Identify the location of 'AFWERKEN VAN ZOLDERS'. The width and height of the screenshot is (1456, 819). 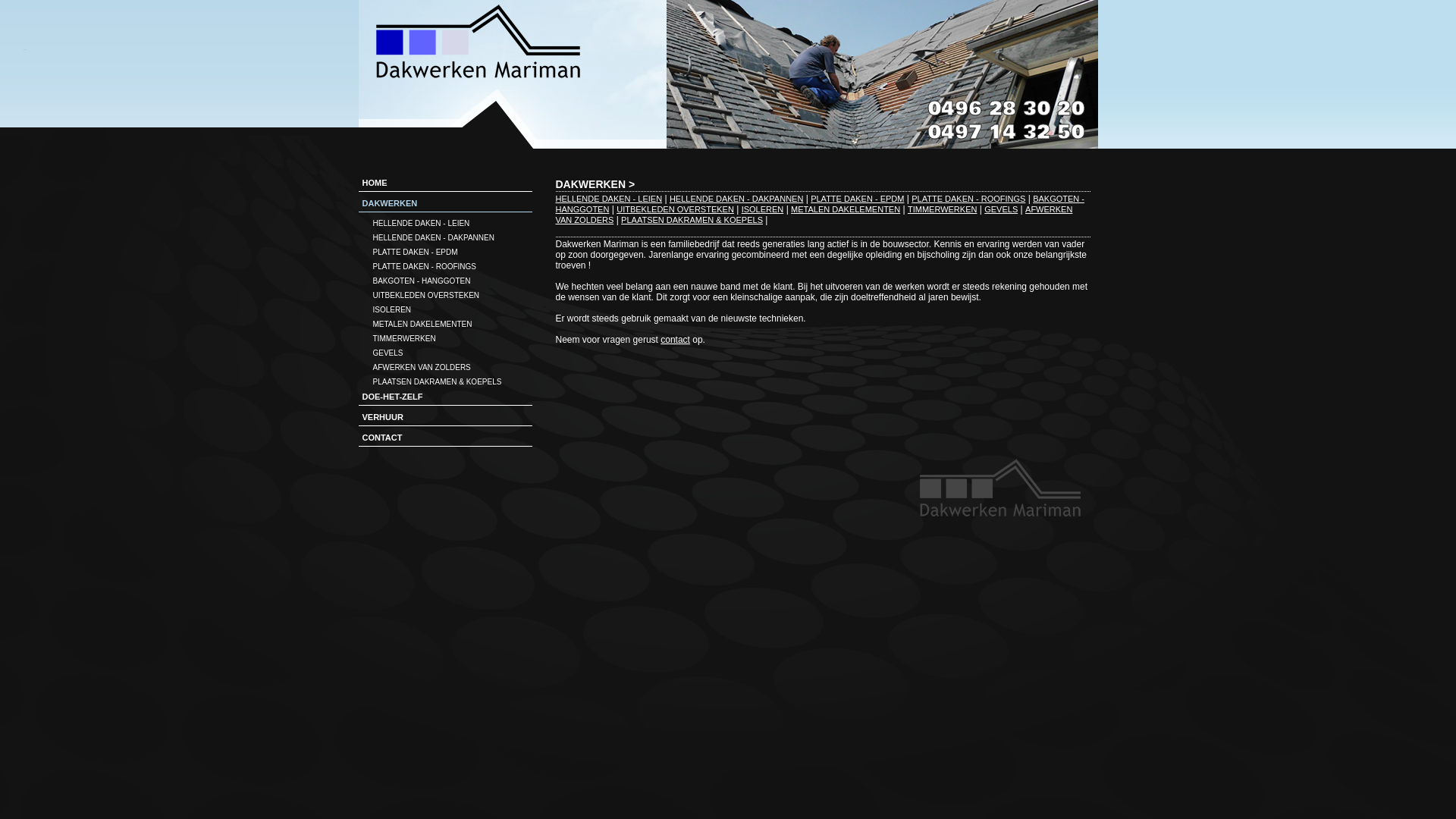
(441, 366).